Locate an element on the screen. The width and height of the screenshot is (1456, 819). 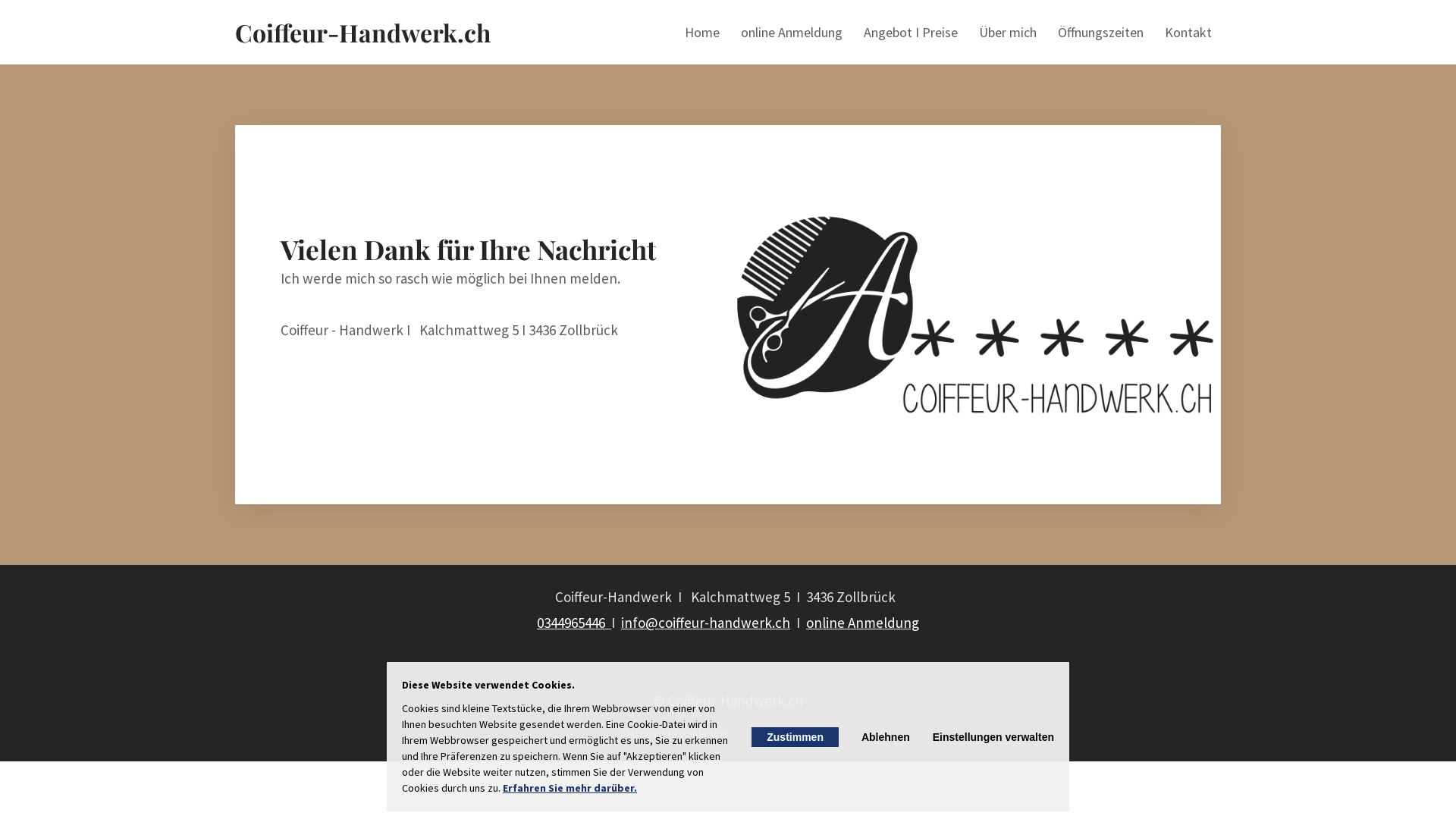
'Ablehnen' is located at coordinates (885, 736).